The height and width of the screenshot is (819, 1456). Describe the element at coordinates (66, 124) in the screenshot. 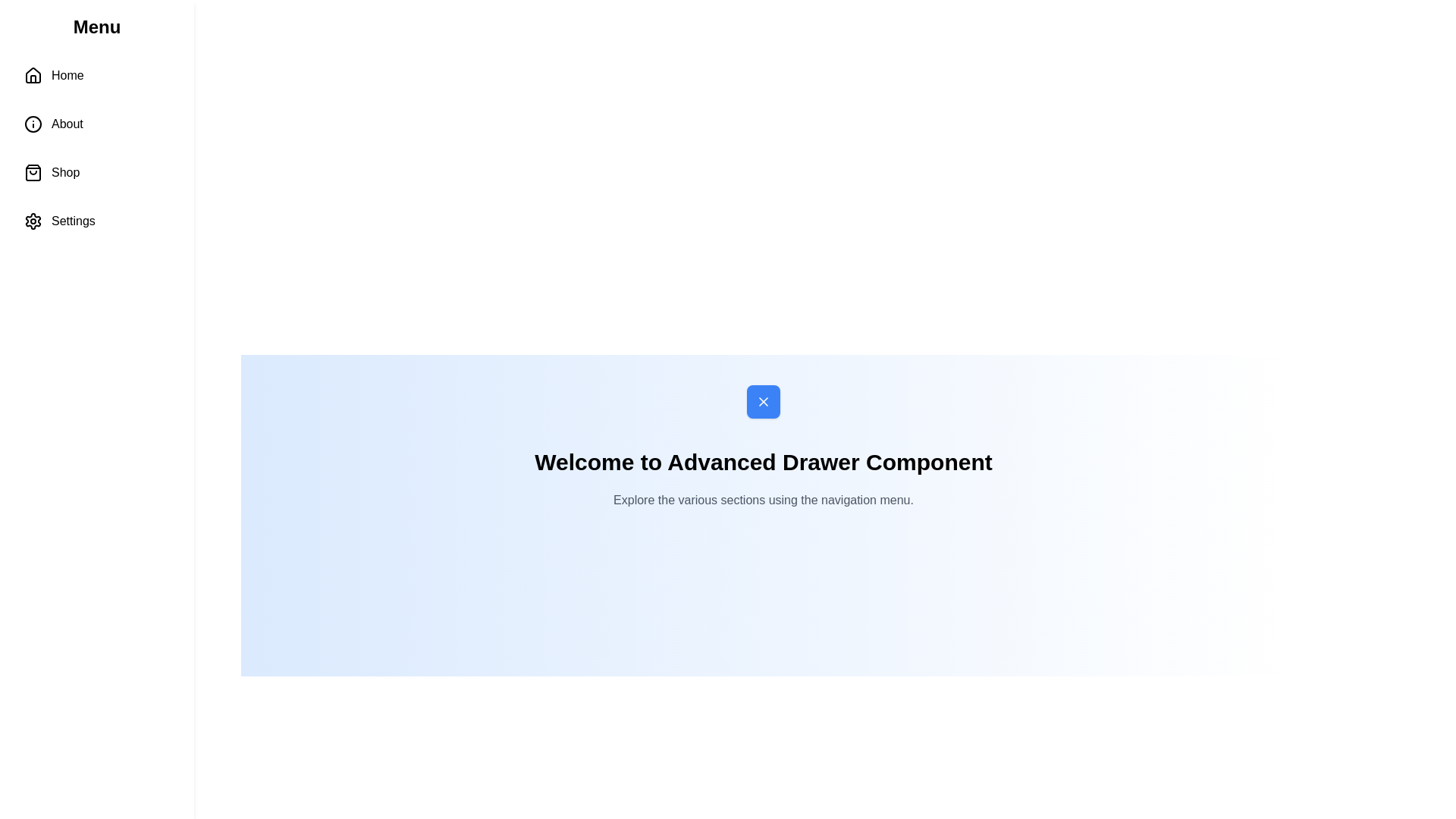

I see `the 'About' text label in the second menu item of the vertical navigation menu` at that location.